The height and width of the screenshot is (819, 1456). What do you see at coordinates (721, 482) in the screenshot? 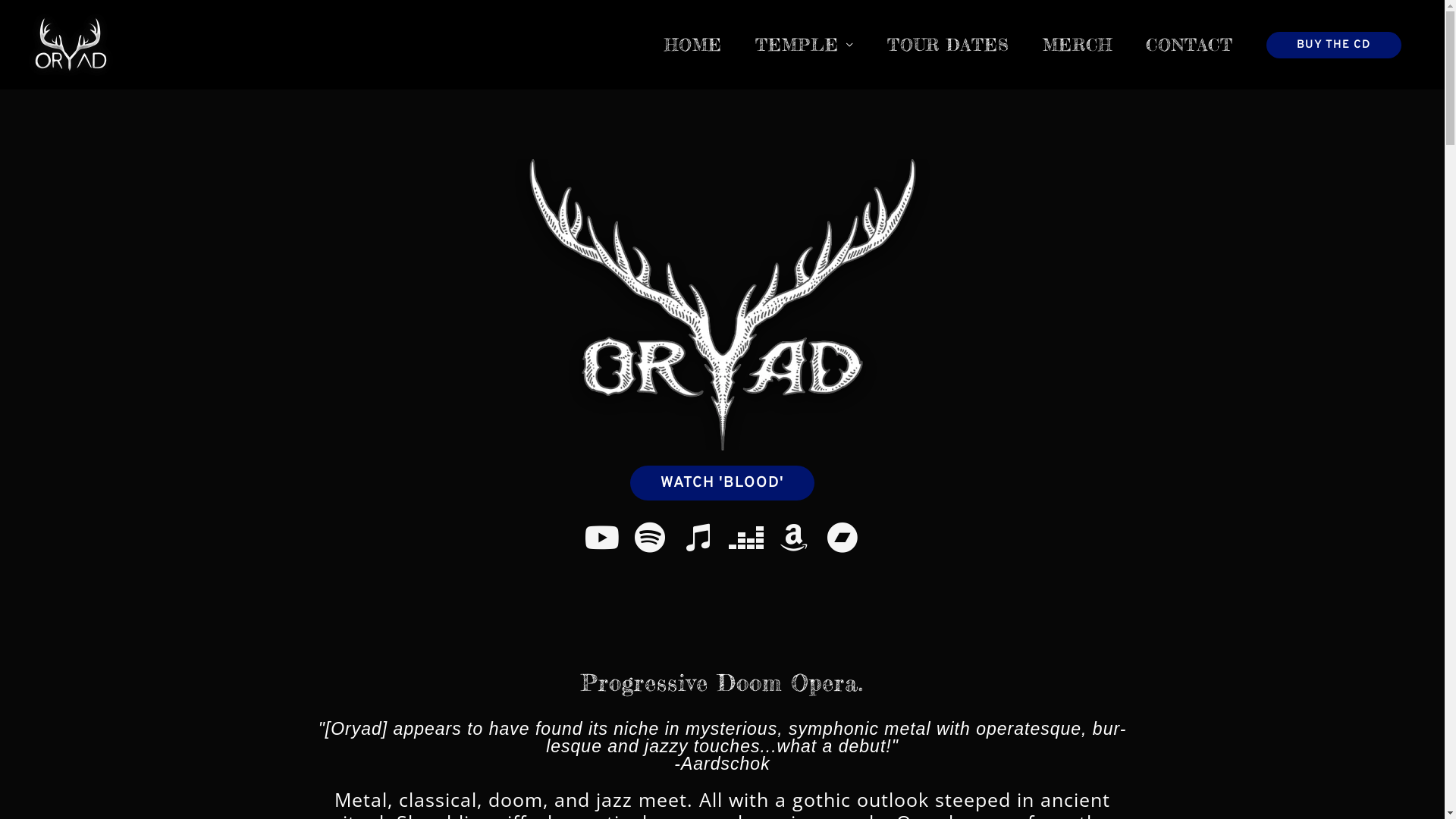
I see `'WATCH 'BLOOD''` at bounding box center [721, 482].